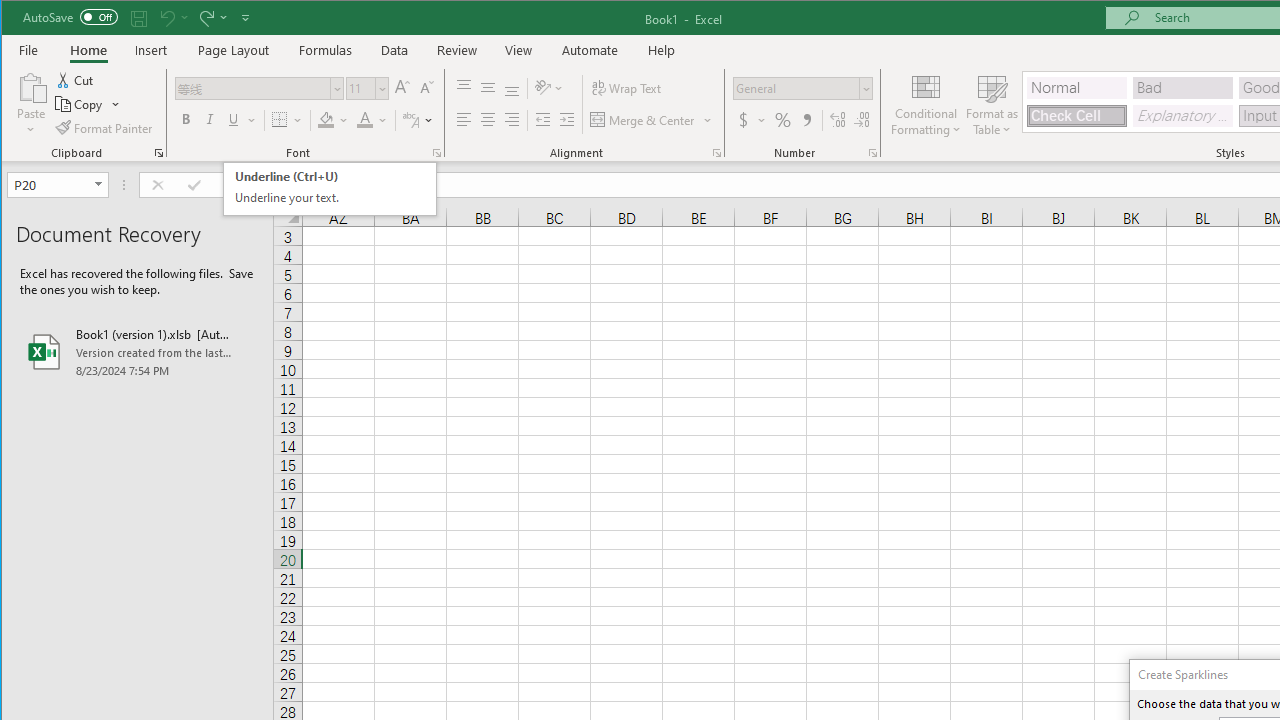 Image resolution: width=1280 pixels, height=720 pixels. I want to click on 'Check Cell', so click(1076, 116).